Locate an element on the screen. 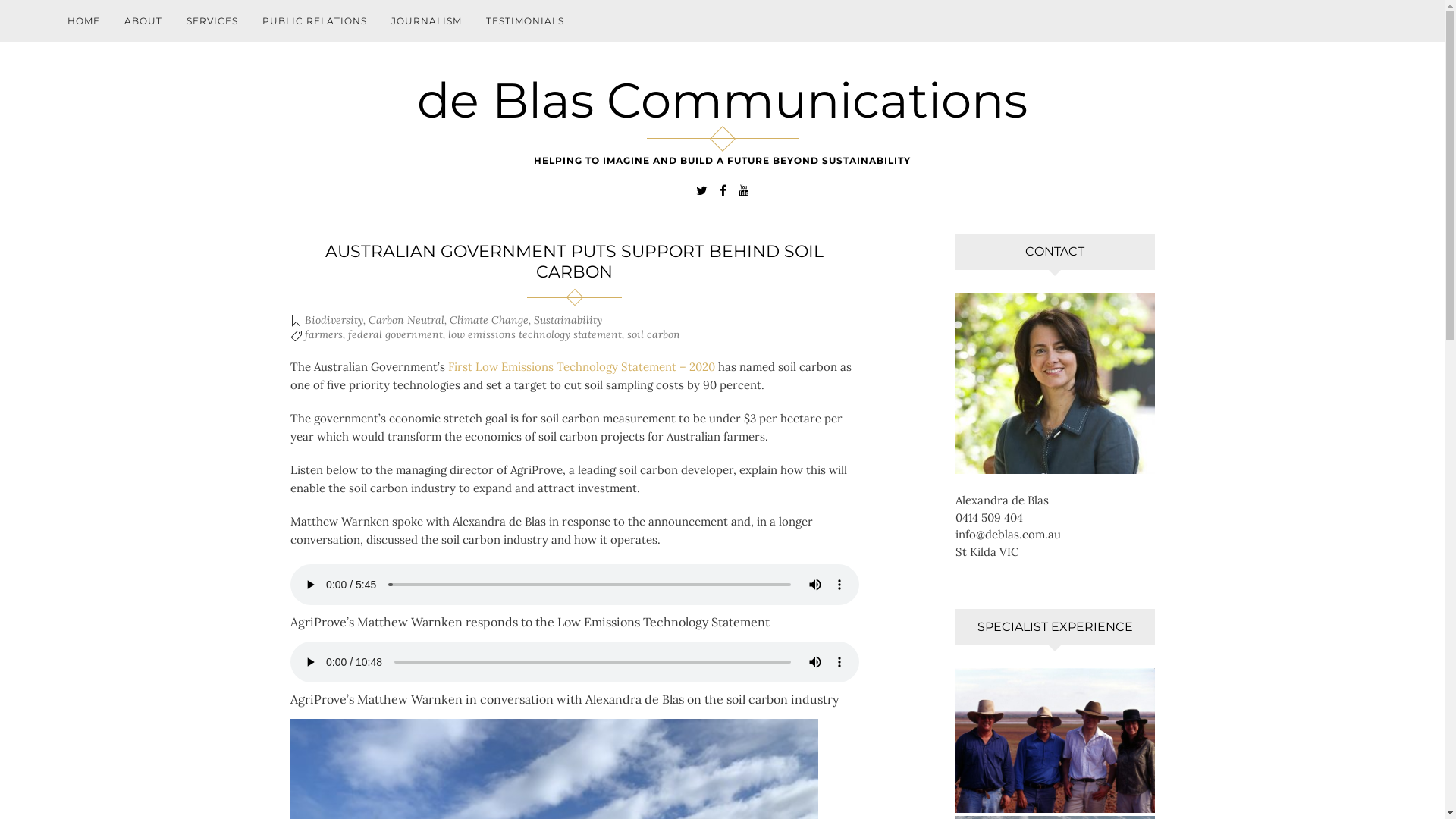 This screenshot has width=1456, height=819. 'ABOUT' is located at coordinates (143, 20).